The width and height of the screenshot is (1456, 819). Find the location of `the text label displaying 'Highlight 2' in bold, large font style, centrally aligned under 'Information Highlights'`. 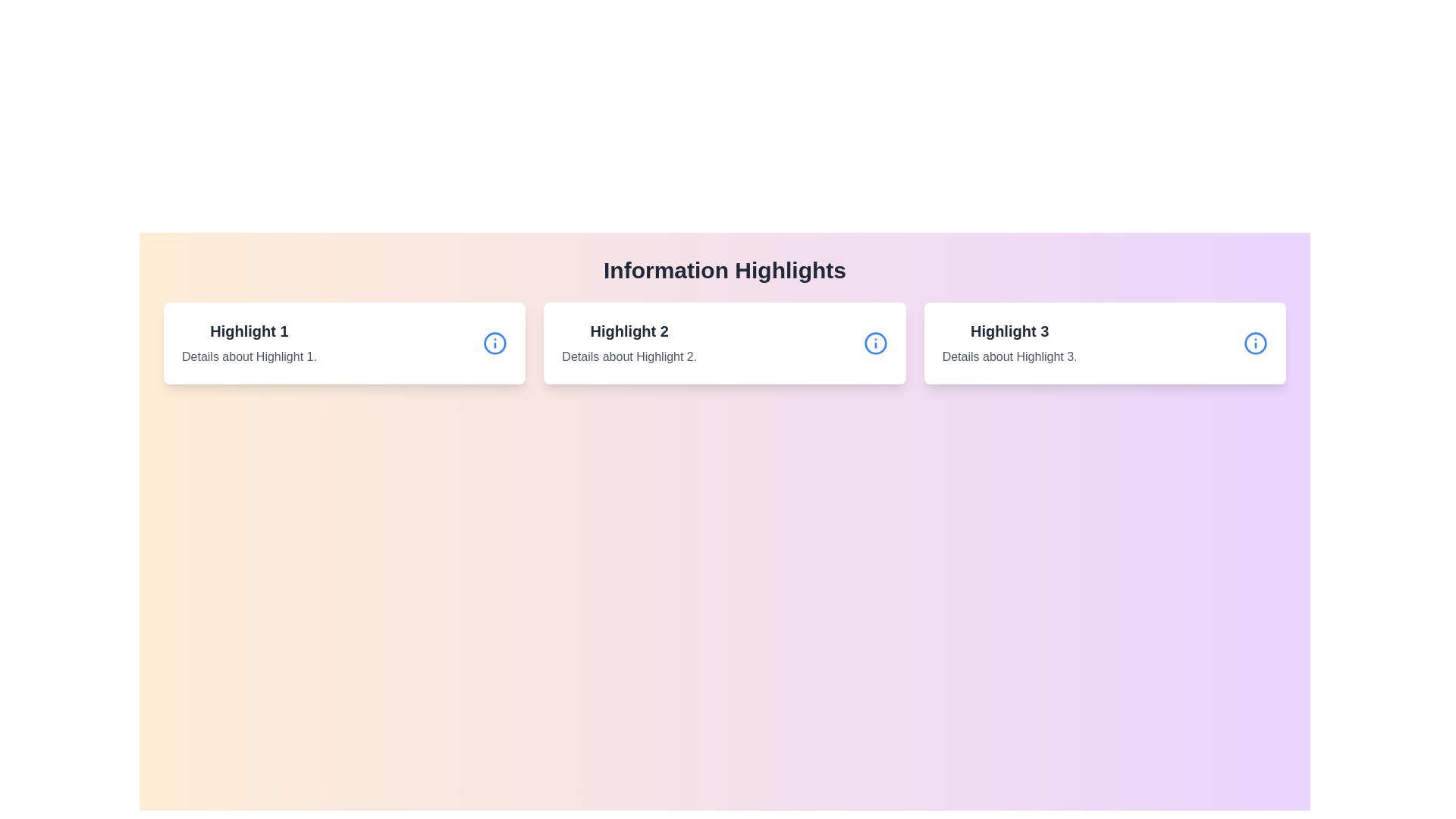

the text label displaying 'Highlight 2' in bold, large font style, centrally aligned under 'Information Highlights' is located at coordinates (629, 330).